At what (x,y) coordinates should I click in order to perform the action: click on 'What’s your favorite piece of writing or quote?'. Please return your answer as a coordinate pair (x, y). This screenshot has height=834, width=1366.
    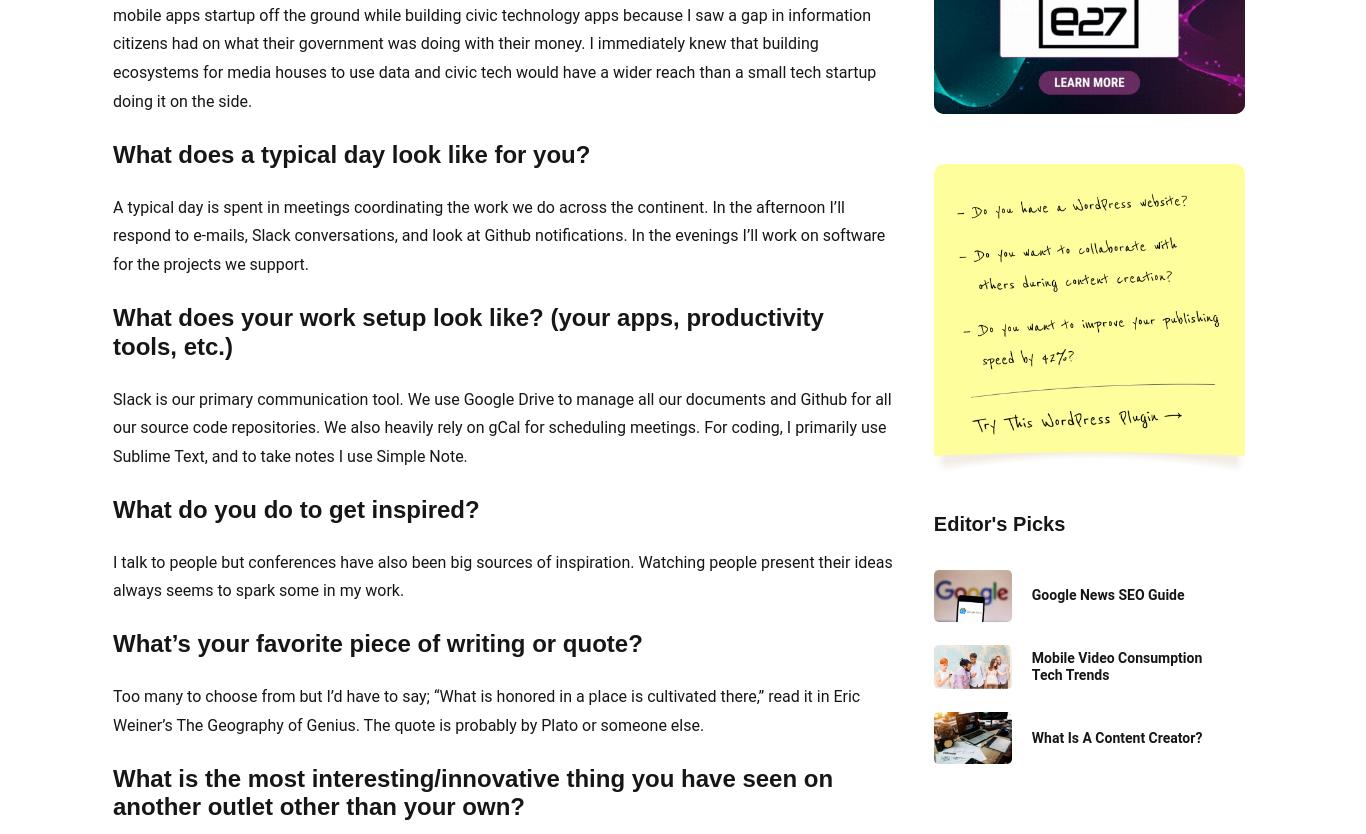
    Looking at the image, I should click on (376, 642).